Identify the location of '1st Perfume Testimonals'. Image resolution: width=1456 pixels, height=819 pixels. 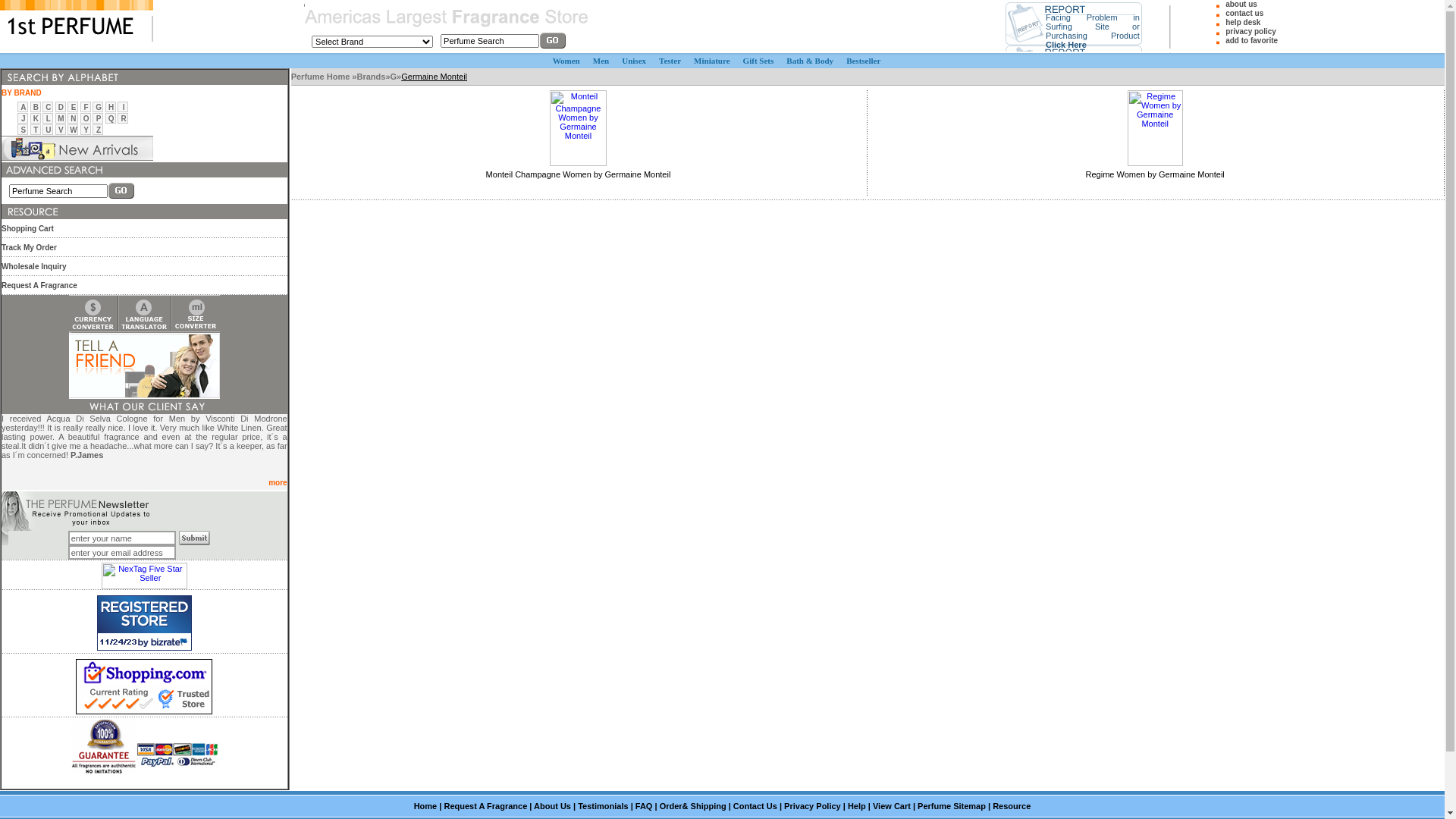
(144, 406).